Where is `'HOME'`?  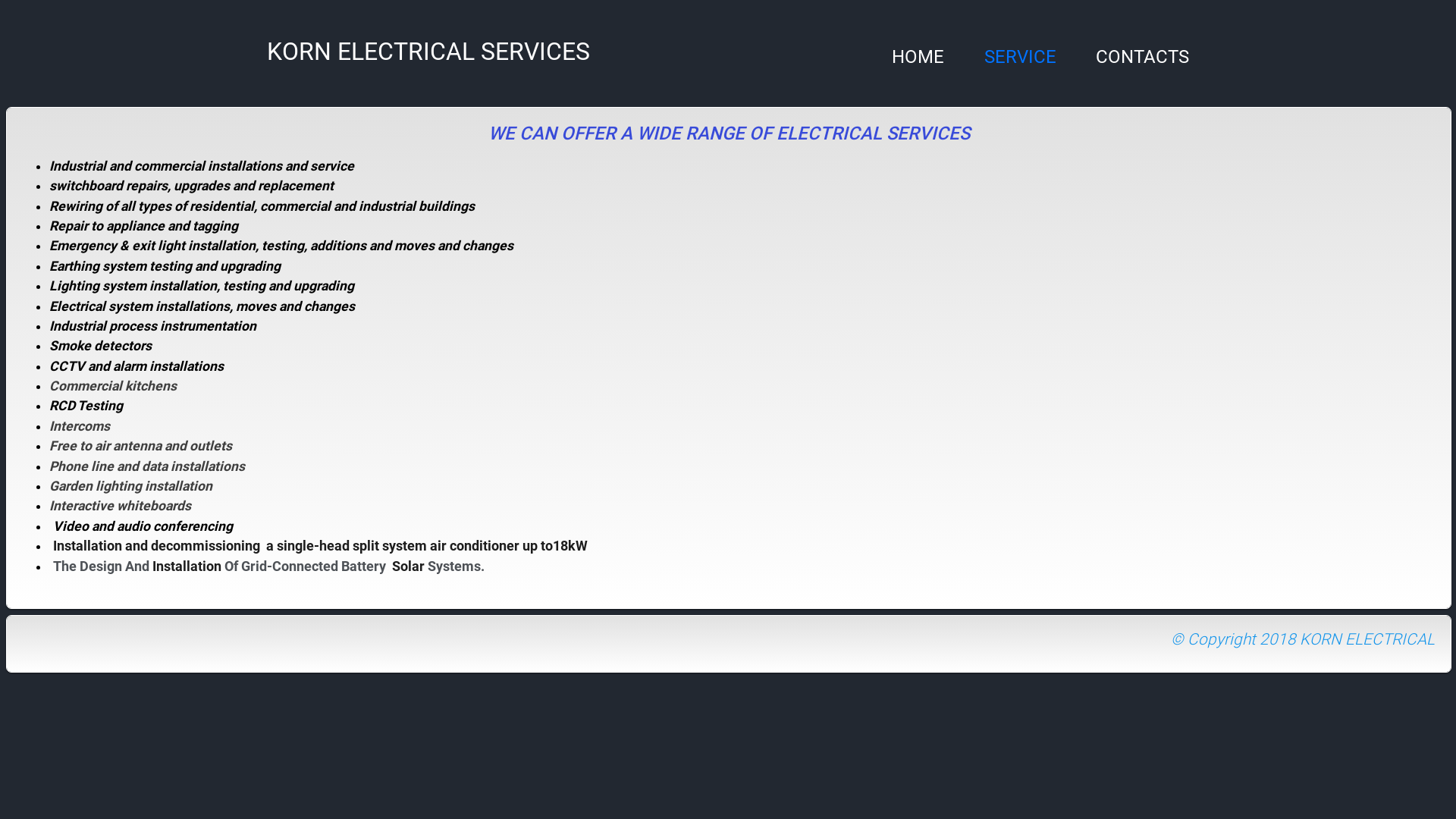
'HOME' is located at coordinates (917, 55).